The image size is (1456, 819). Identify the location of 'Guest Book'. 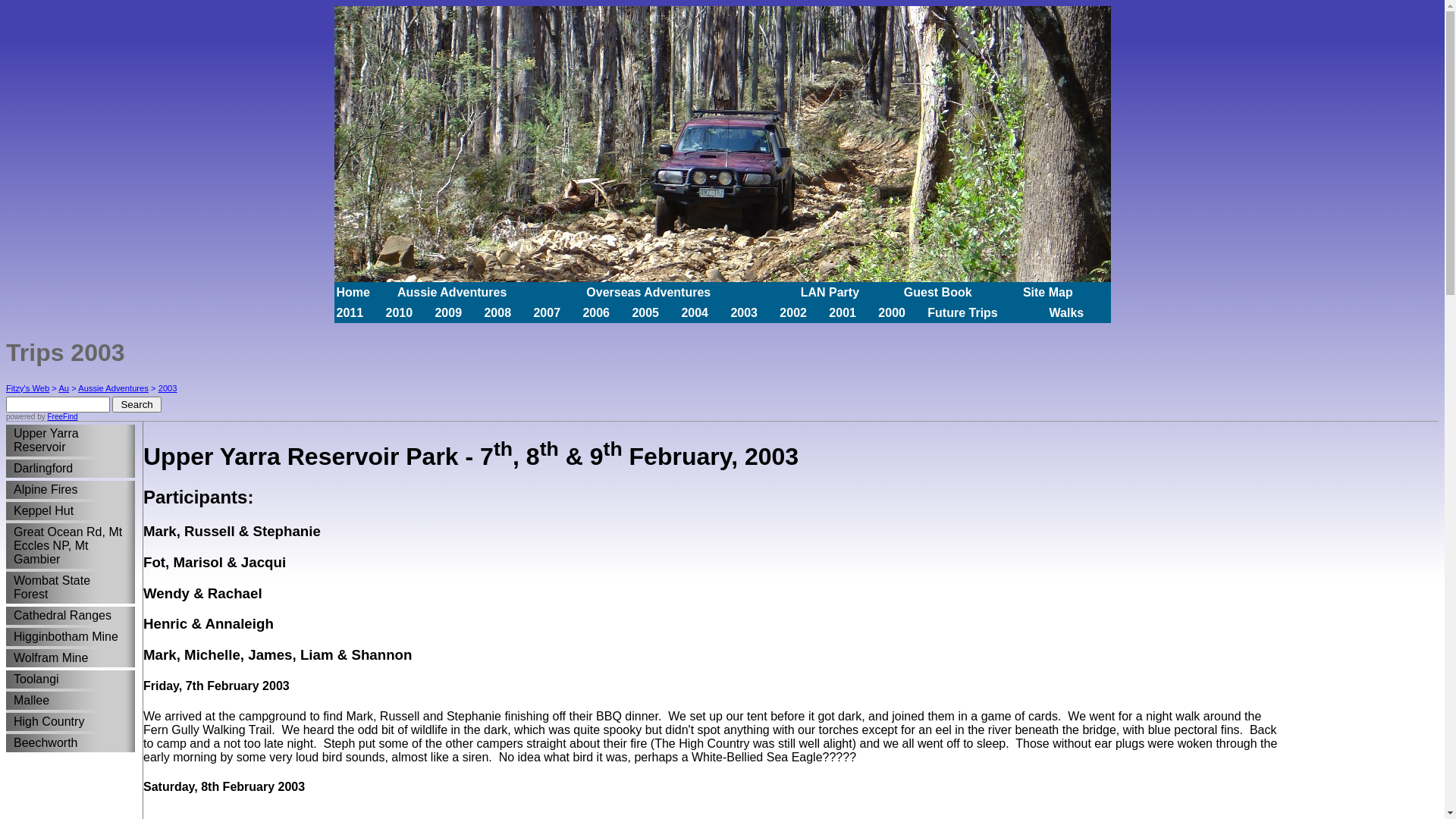
(937, 291).